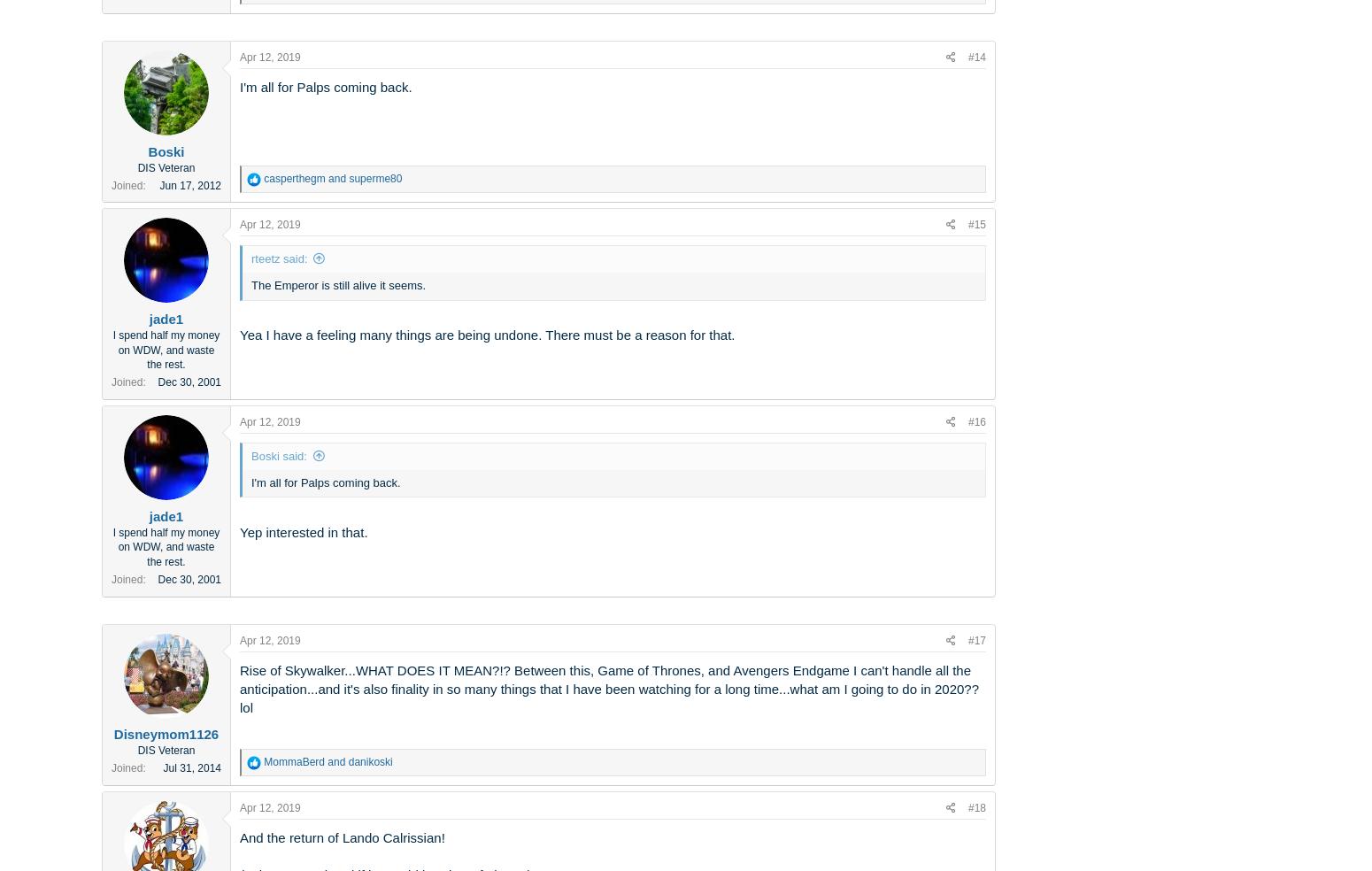 This screenshot has height=871, width=1372. What do you see at coordinates (967, 57) in the screenshot?
I see `'#14'` at bounding box center [967, 57].